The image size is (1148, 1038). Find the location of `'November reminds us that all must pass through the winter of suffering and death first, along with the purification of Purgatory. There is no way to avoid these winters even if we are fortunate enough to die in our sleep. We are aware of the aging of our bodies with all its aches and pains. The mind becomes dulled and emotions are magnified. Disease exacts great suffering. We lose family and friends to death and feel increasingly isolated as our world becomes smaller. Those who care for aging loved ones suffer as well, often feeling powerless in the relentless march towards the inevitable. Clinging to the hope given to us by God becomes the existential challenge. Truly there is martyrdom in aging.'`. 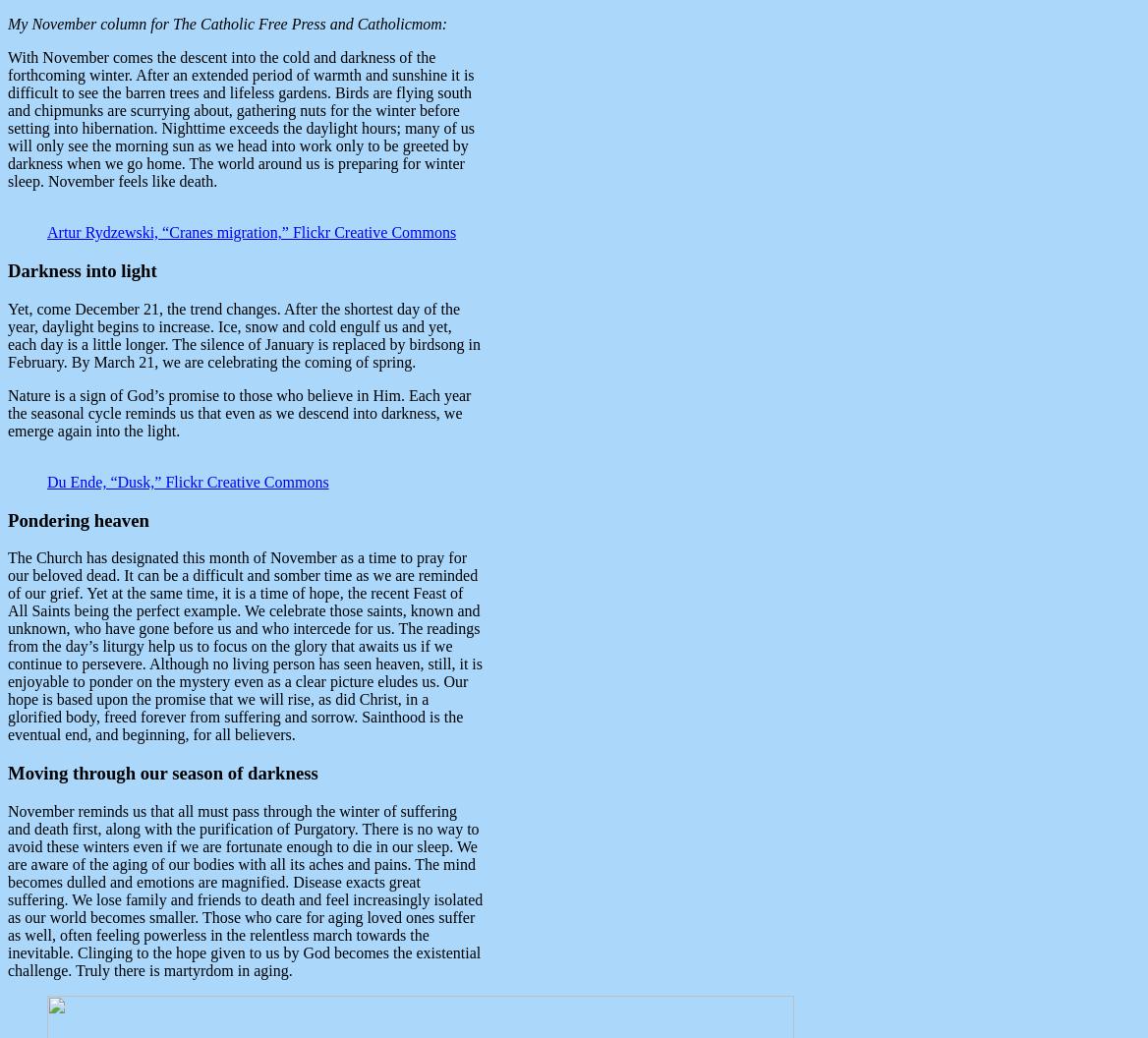

'November reminds us that all must pass through the winter of suffering and death first, along with the purification of Purgatory. There is no way to avoid these winters even if we are fortunate enough to die in our sleep. We are aware of the aging of our bodies with all its aches and pains. The mind becomes dulled and emotions are magnified. Disease exacts great suffering. We lose family and friends to death and feel increasingly isolated as our world becomes smaller. Those who care for aging loved ones suffer as well, often feeling powerless in the relentless march towards the inevitable. Clinging to the hope given to us by God becomes the existential challenge. Truly there is martyrdom in aging.' is located at coordinates (244, 889).